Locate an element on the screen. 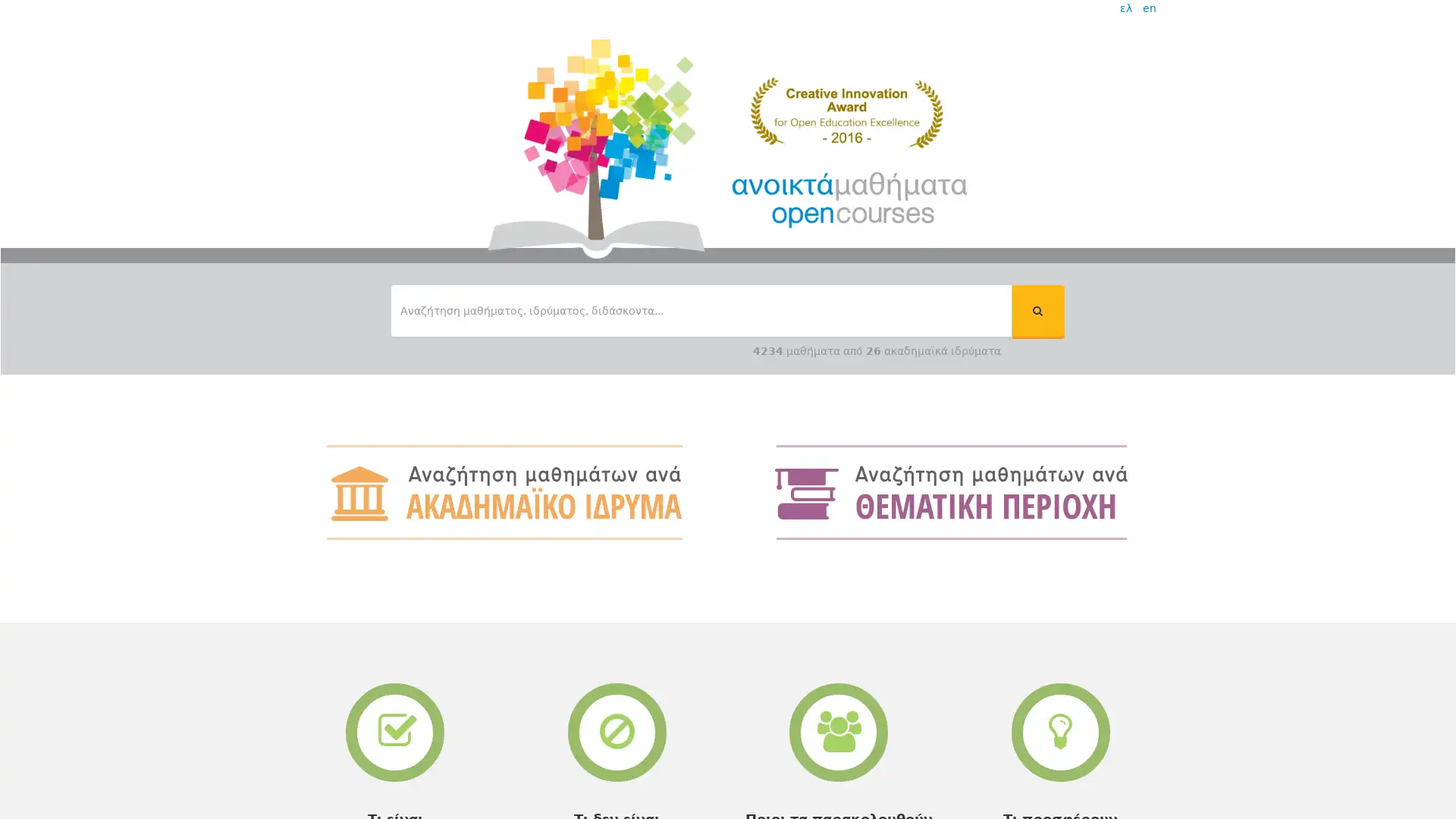 Image resolution: width=1456 pixels, height=819 pixels. ui-button is located at coordinates (1037, 309).